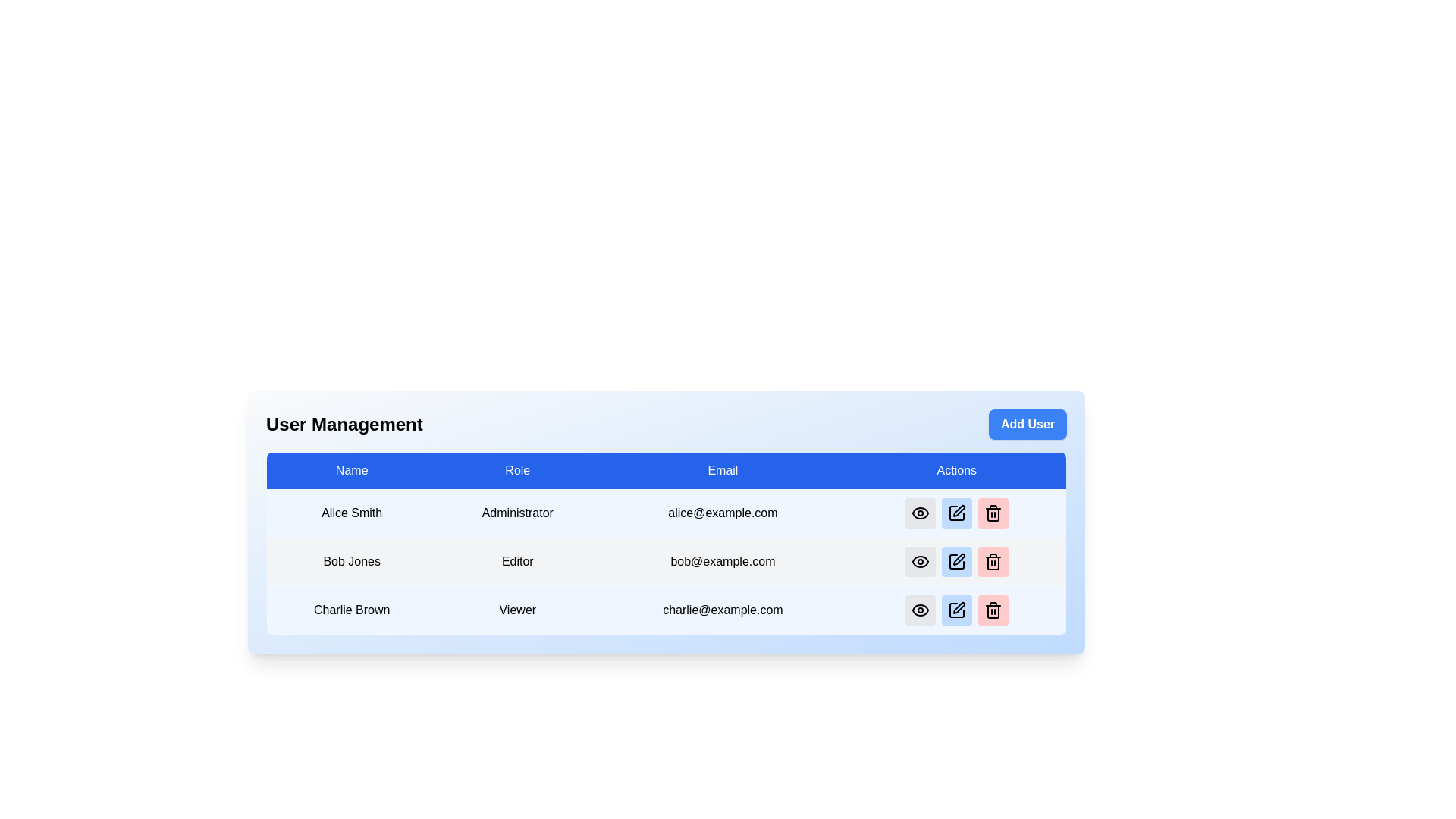 This screenshot has width=1456, height=819. What do you see at coordinates (350, 610) in the screenshot?
I see `the text 'Charlie Brown' displayed in black within the third row of the table under the 'Name' column` at bounding box center [350, 610].